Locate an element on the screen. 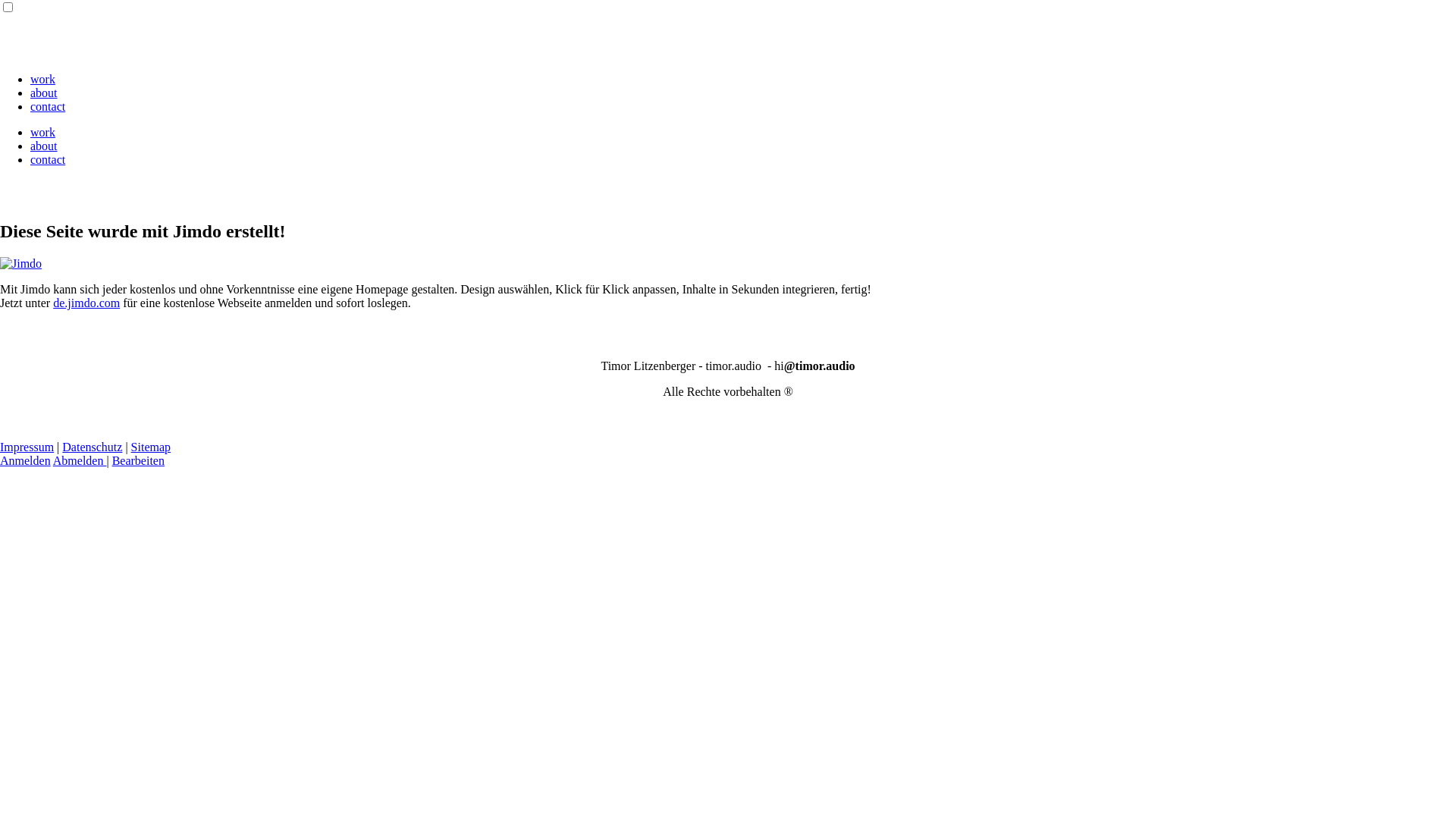 Image resolution: width=1456 pixels, height=819 pixels. 'contact' is located at coordinates (30, 159).